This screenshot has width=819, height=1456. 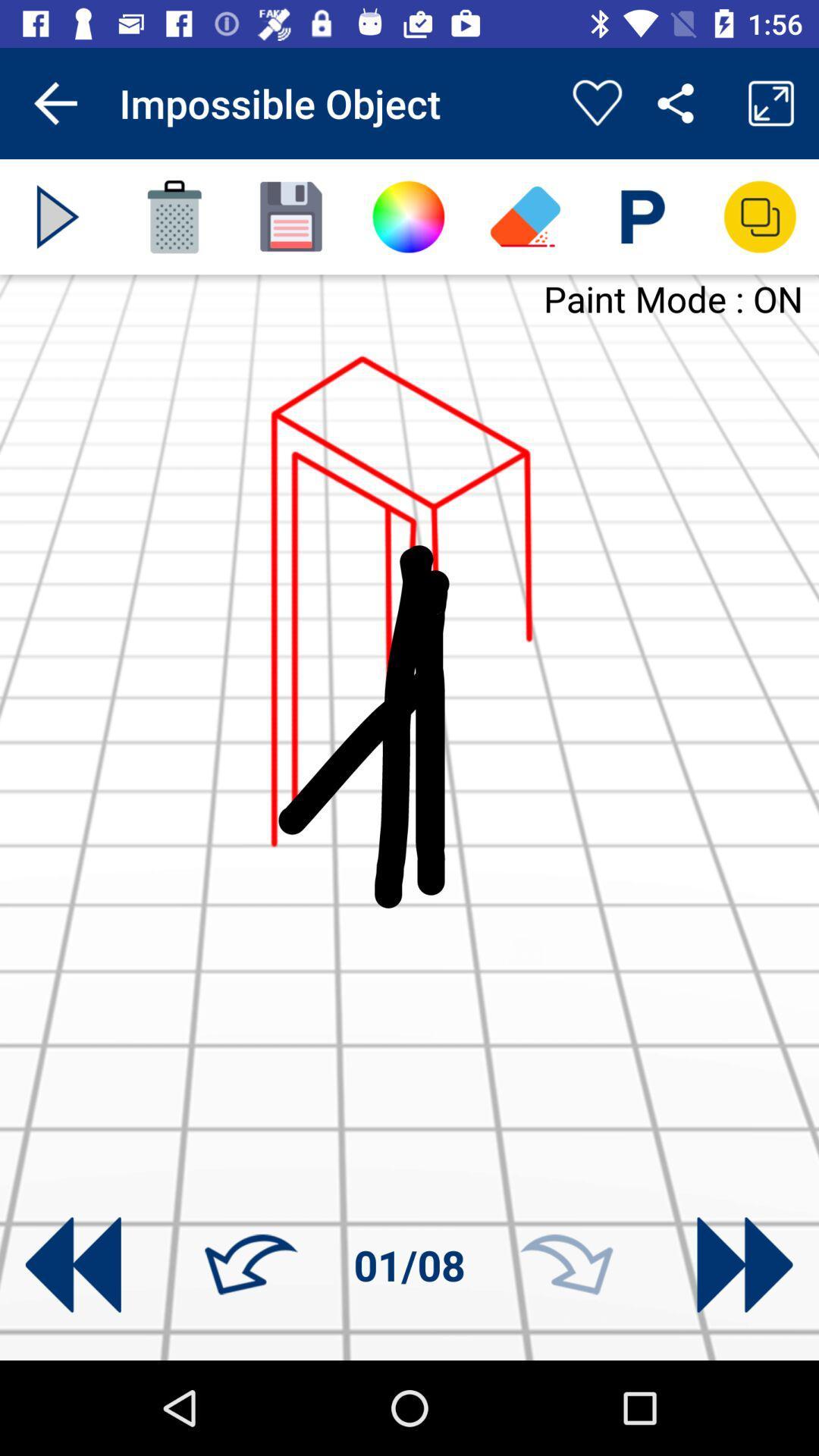 I want to click on the save icon, so click(x=642, y=216).